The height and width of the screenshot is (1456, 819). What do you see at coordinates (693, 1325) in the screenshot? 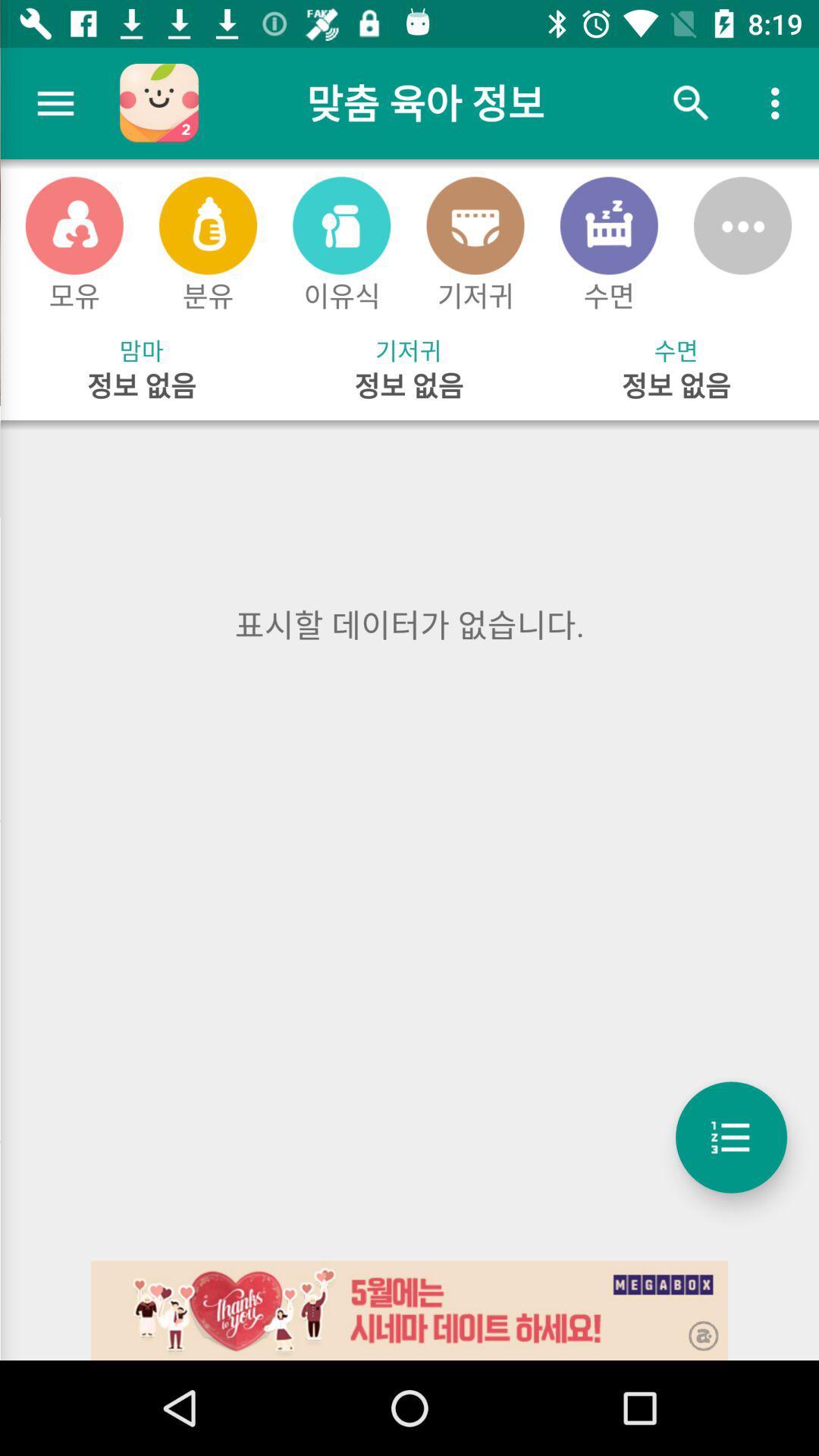
I see `the symbol which is below megabox` at bounding box center [693, 1325].